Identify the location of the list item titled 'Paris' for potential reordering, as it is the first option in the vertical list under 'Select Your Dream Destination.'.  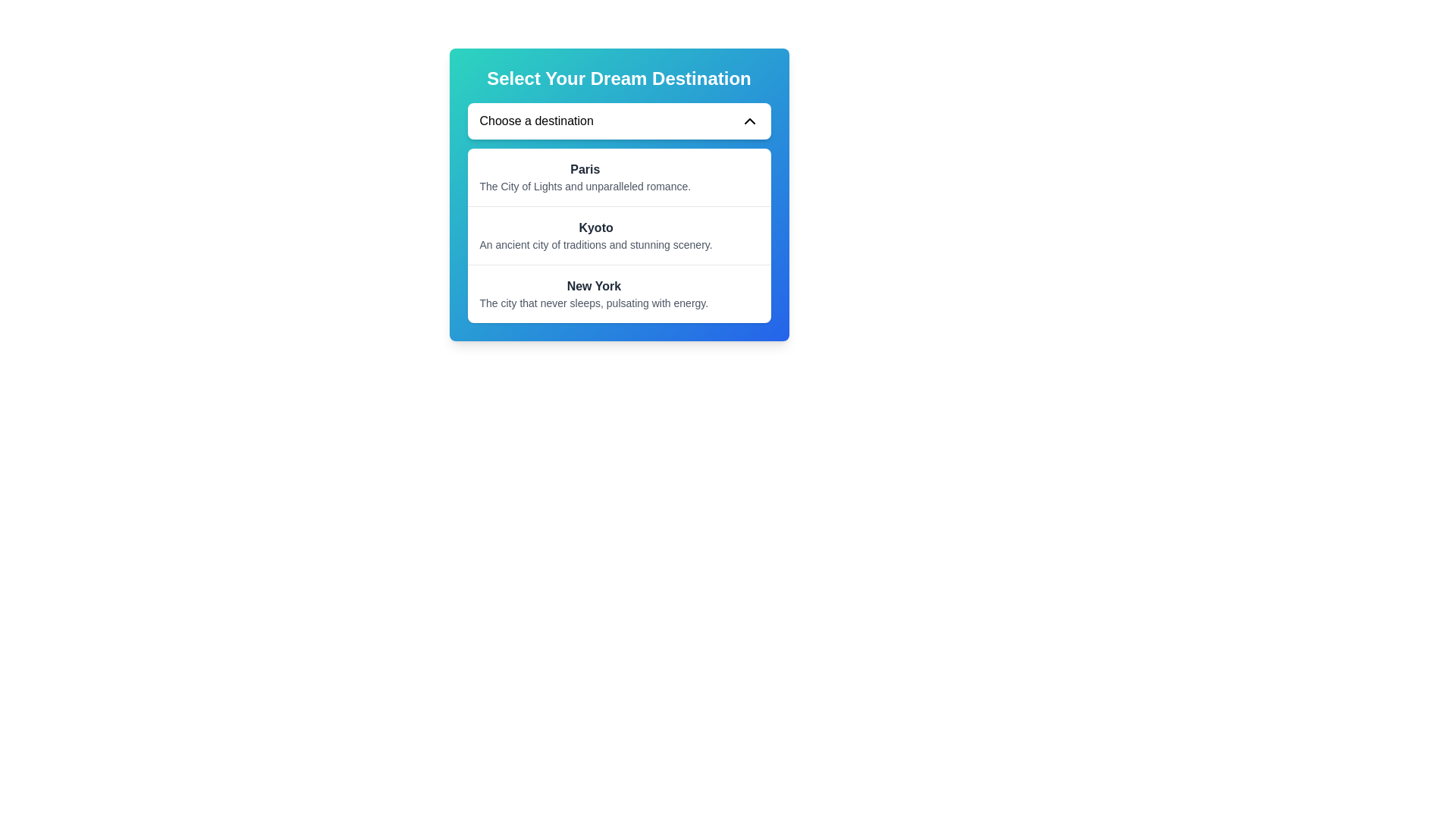
(584, 177).